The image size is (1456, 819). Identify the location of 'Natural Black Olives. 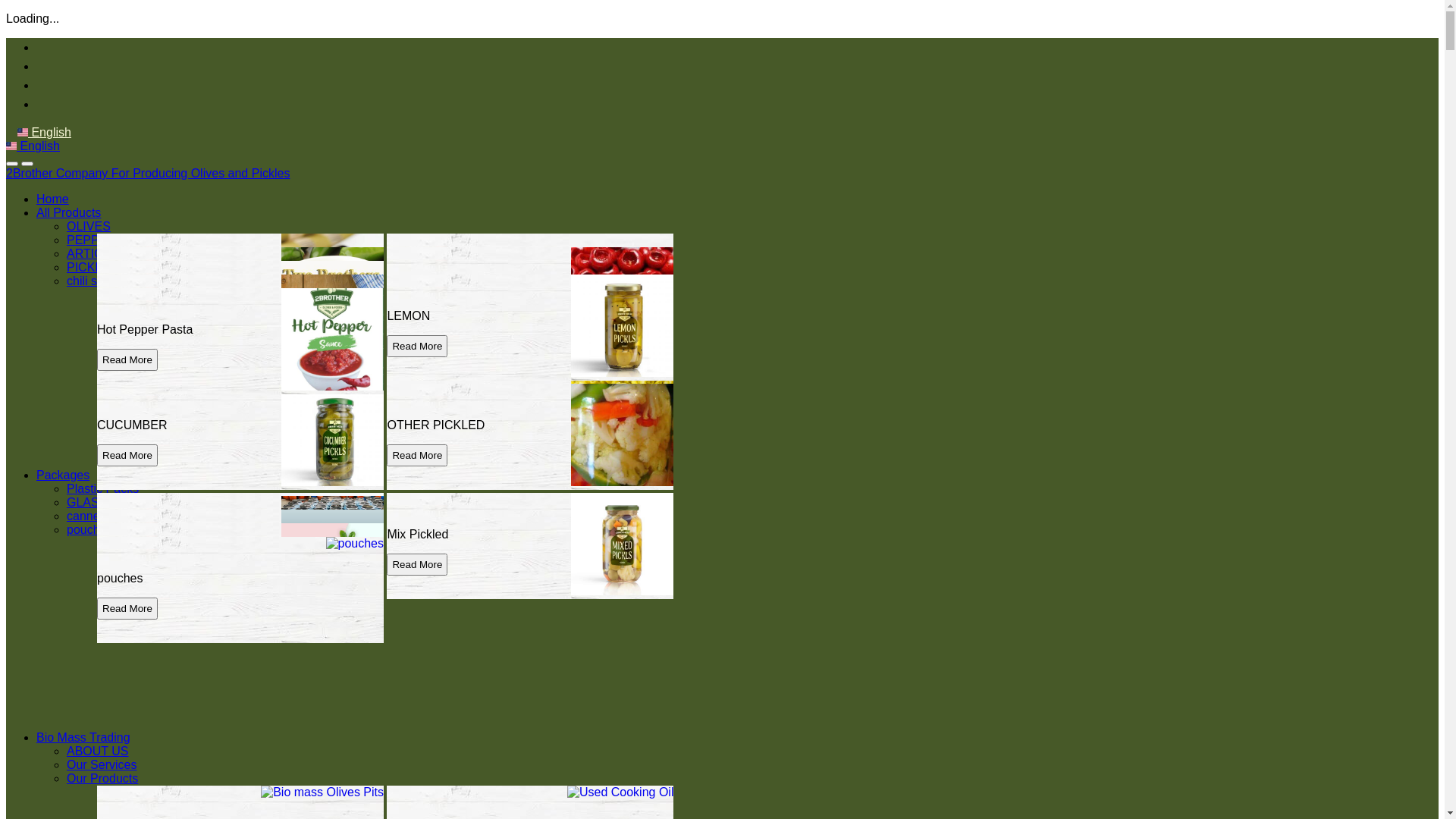
(530, 287).